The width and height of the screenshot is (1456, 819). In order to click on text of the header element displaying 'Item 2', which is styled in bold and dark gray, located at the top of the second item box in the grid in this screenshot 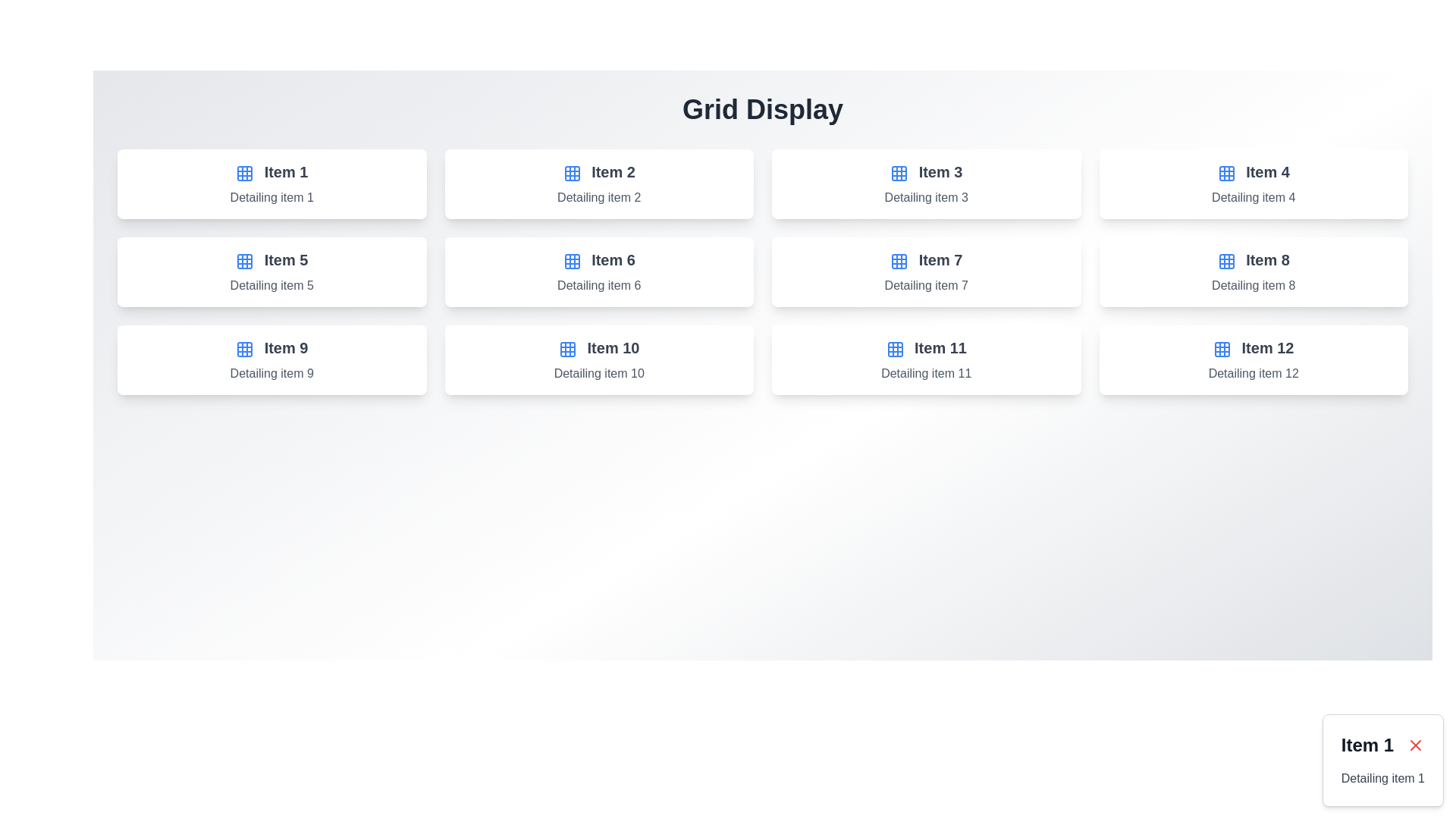, I will do `click(598, 171)`.